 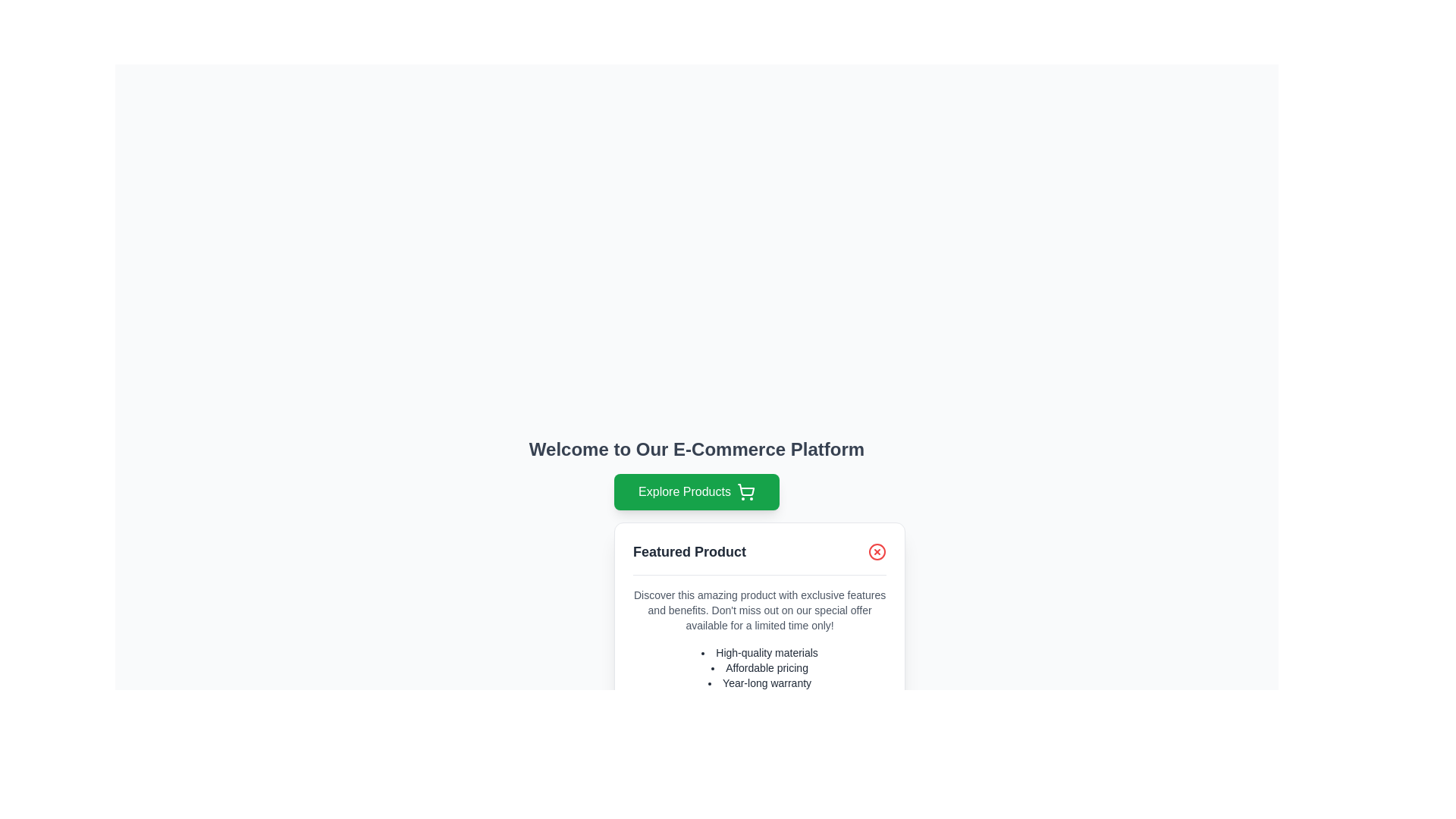 What do you see at coordinates (695, 491) in the screenshot?
I see `the call-to-action button for exploring products, located centrally below the heading 'Welcome to Our E-Commerce Platform' and above the featured product section` at bounding box center [695, 491].